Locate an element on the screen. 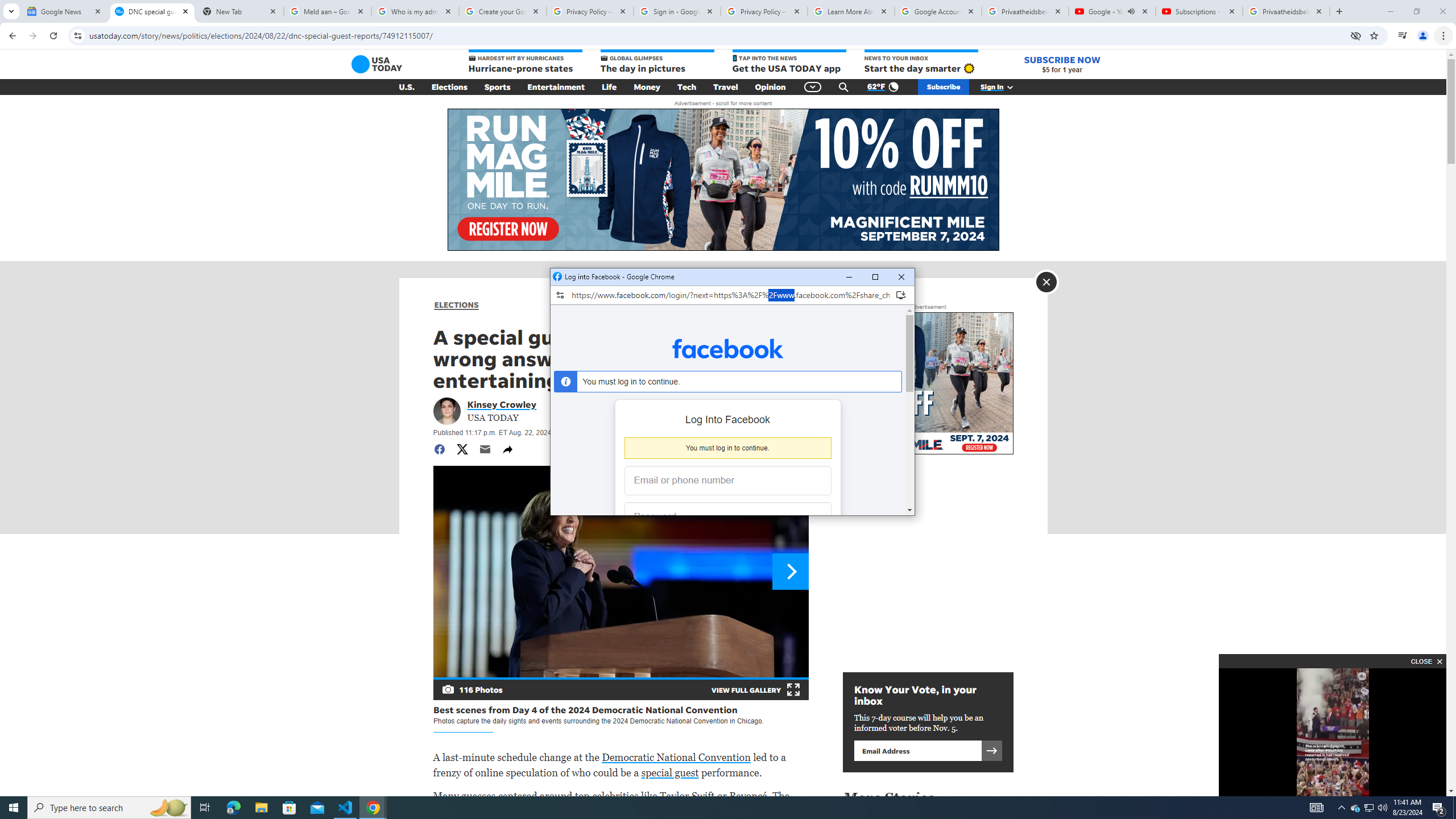  'USA TODAY' is located at coordinates (377, 64).